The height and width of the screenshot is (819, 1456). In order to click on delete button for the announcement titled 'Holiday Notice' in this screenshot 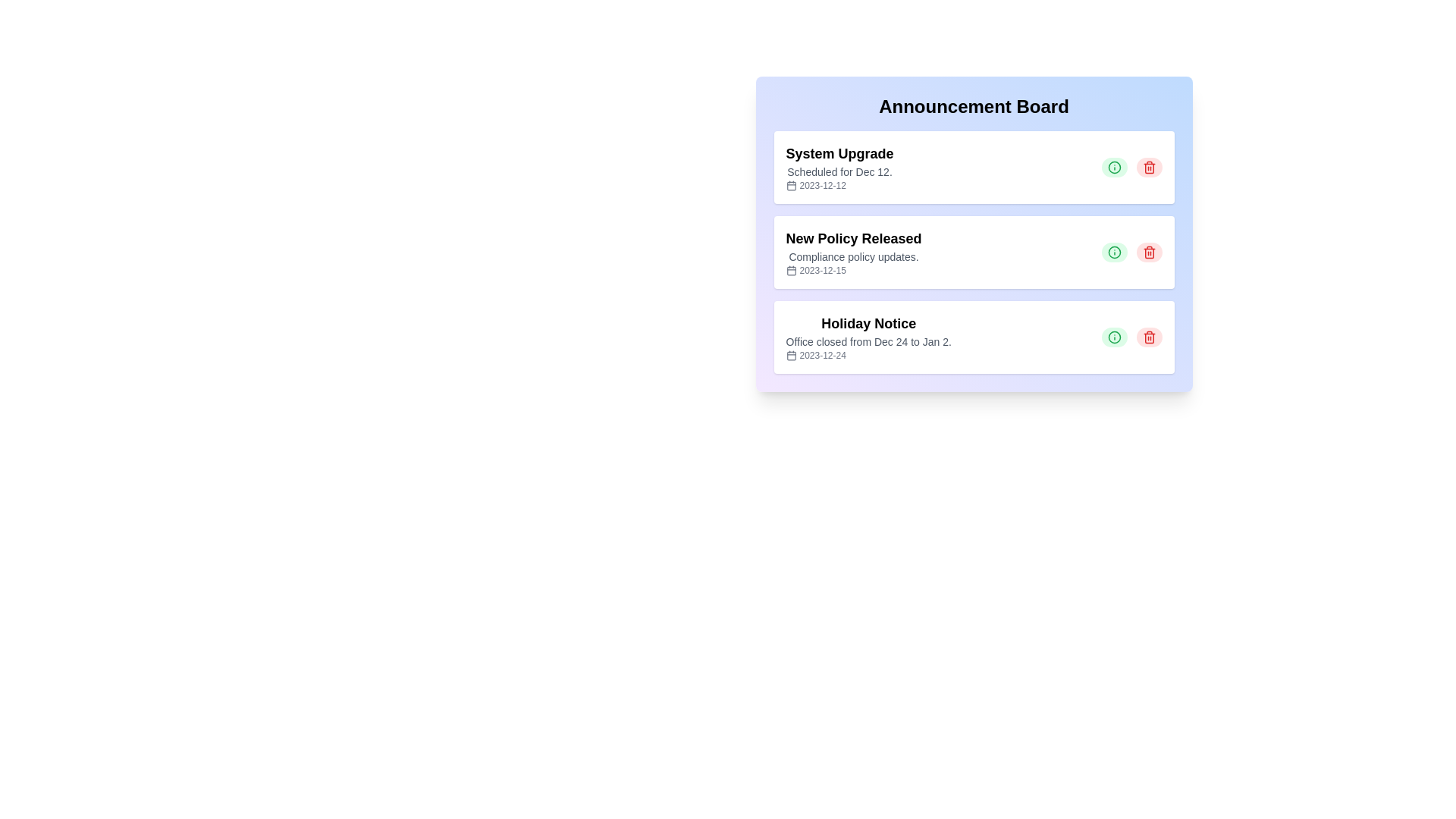, I will do `click(1149, 336)`.